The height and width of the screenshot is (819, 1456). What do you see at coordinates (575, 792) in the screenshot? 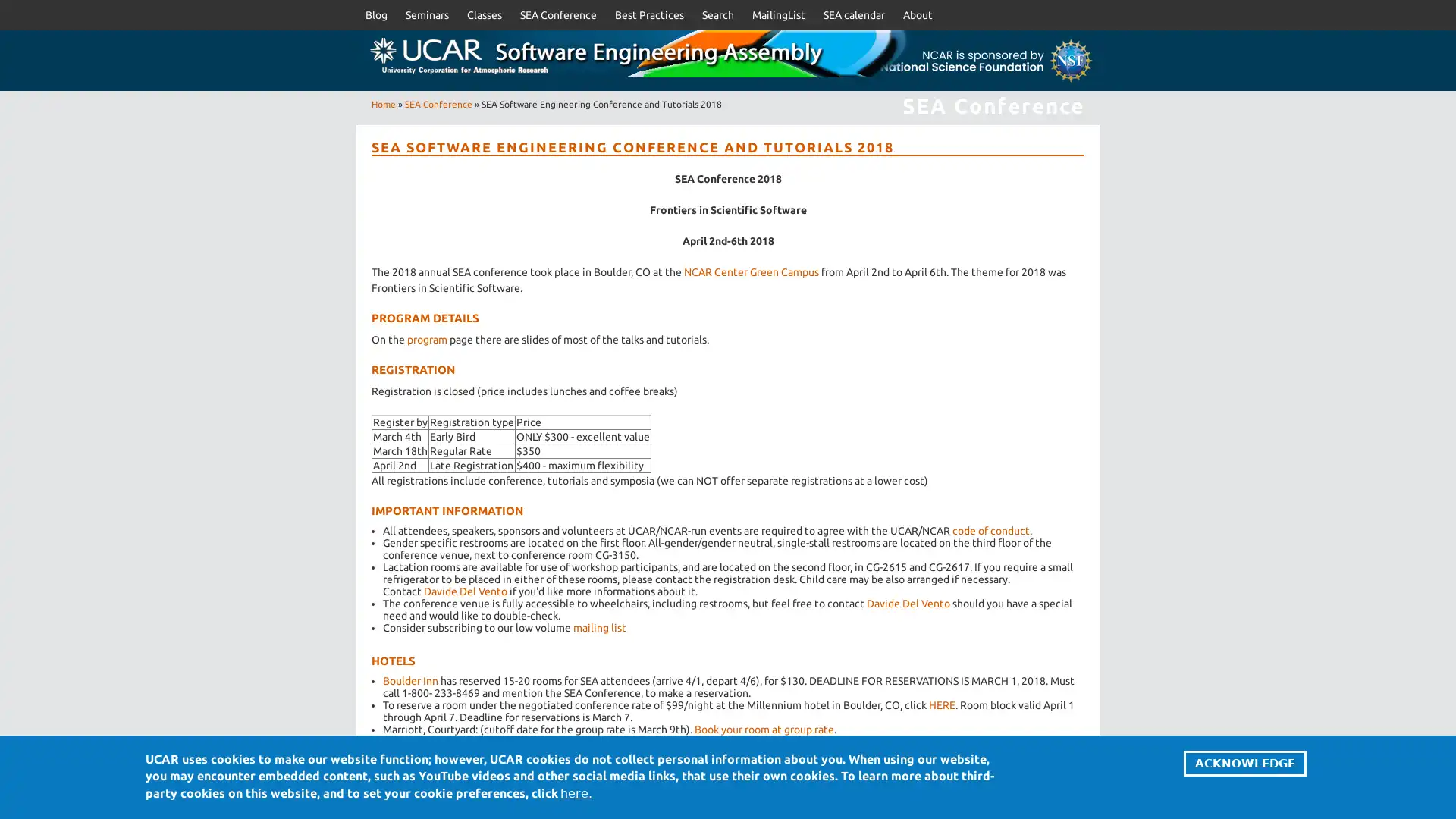
I see `here.` at bounding box center [575, 792].